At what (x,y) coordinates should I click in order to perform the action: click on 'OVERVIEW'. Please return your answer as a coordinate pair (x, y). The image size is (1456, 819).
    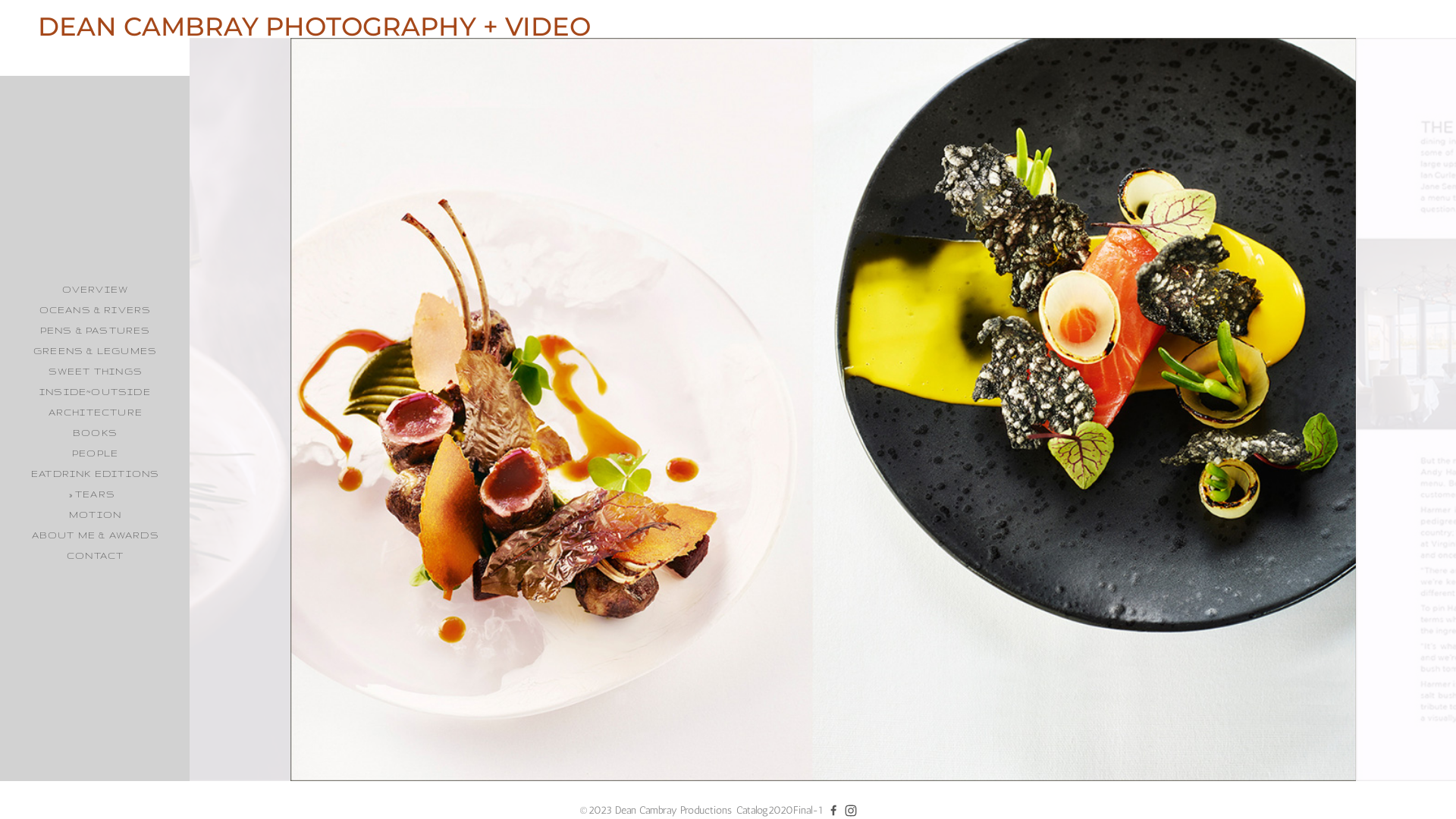
    Looking at the image, I should click on (94, 289).